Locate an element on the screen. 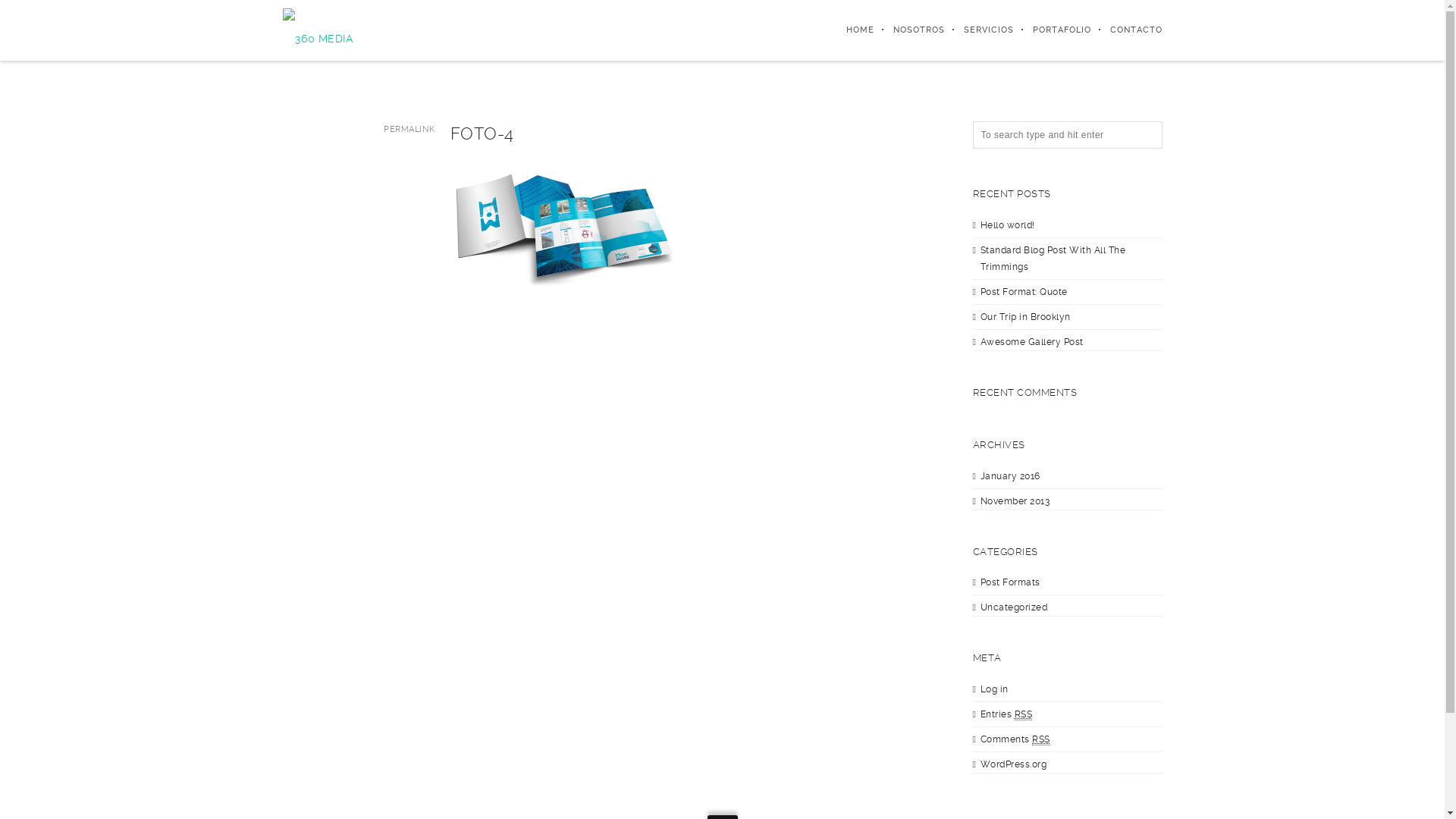 The width and height of the screenshot is (1456, 819). 'Our Trip in Brooklyn' is located at coordinates (1025, 315).